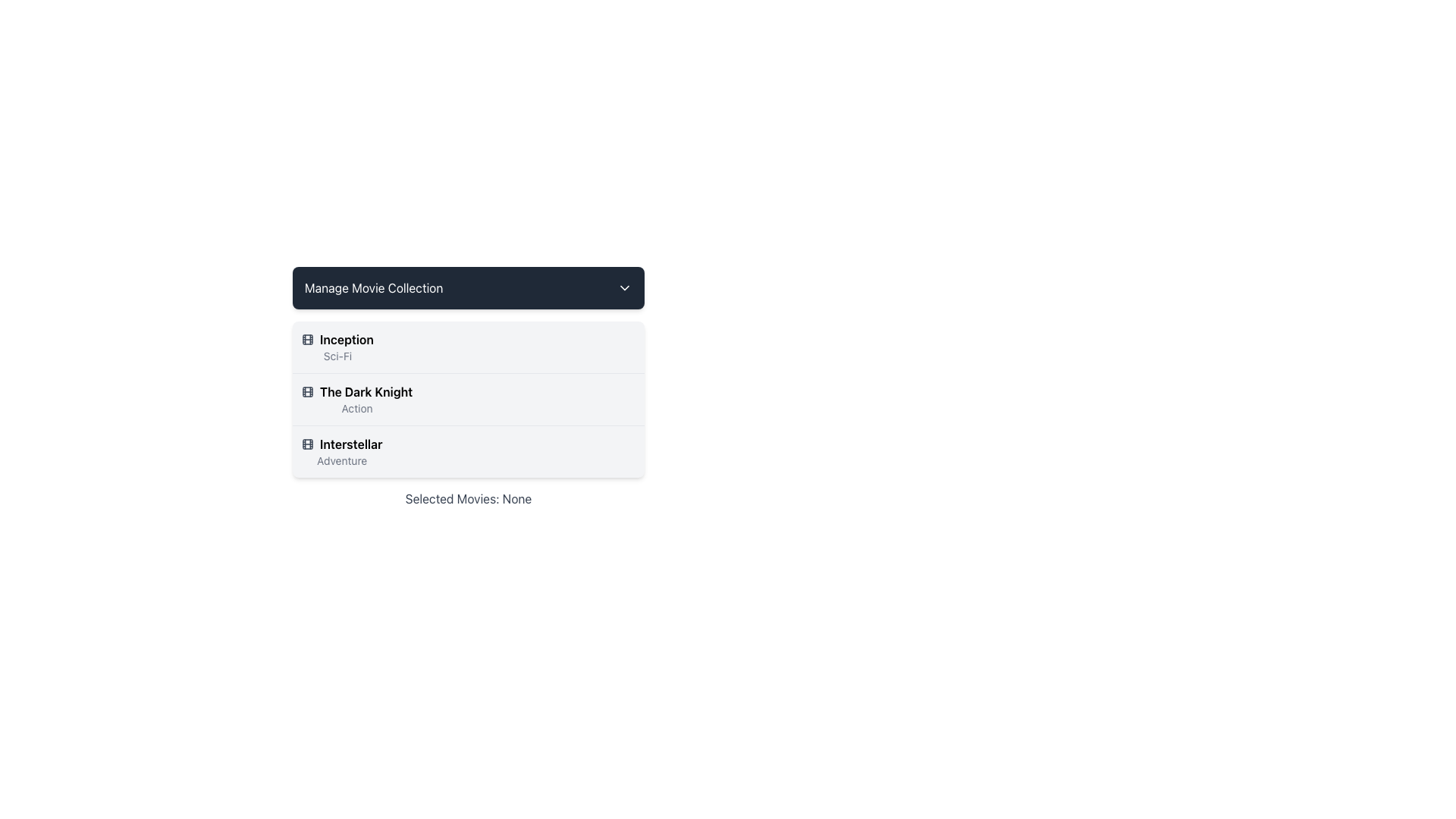  I want to click on the static text label indicating that no movies have been selected, located at the bottom of the movie list, so click(468, 499).